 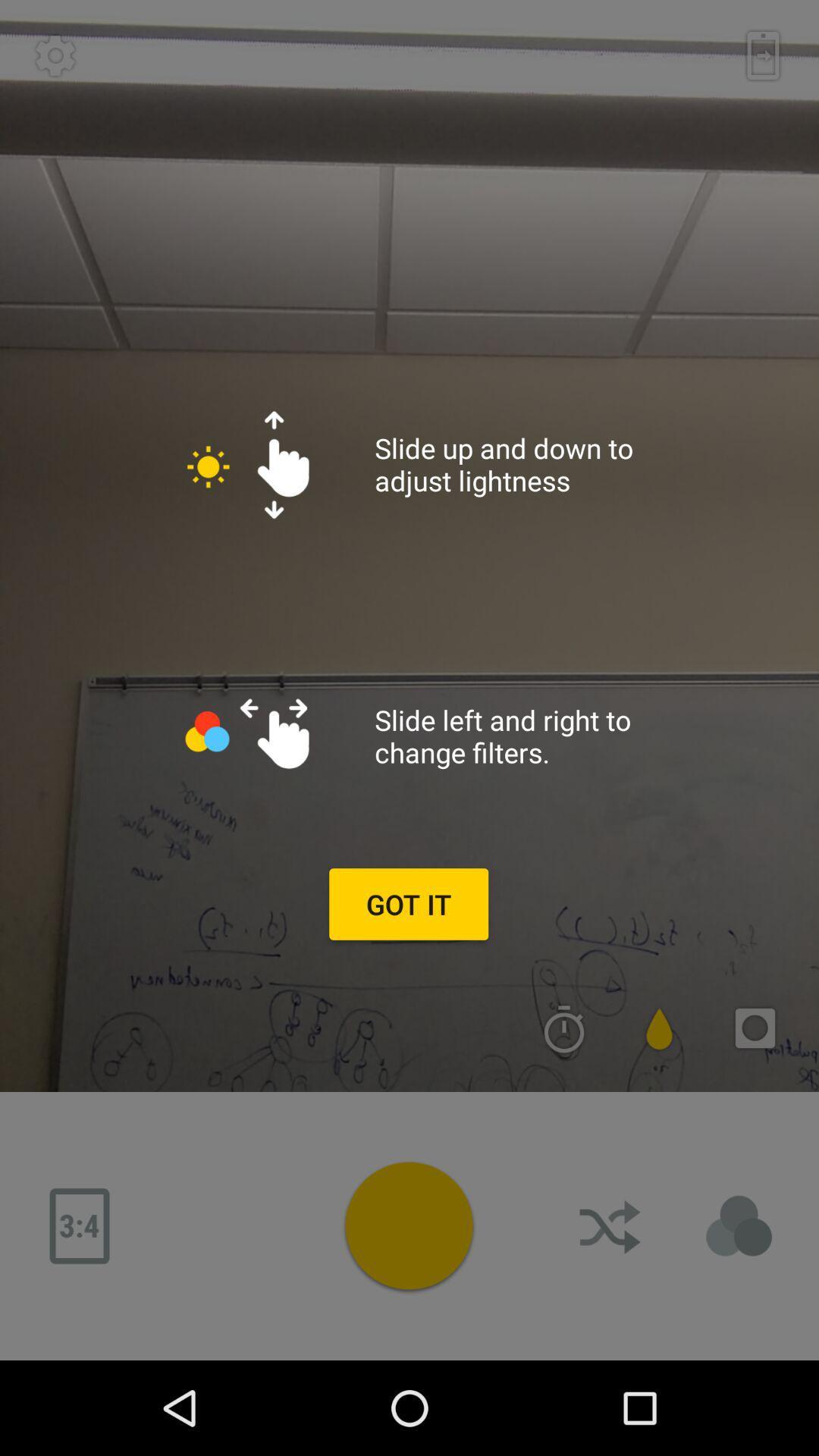 I want to click on change filters, so click(x=739, y=1226).